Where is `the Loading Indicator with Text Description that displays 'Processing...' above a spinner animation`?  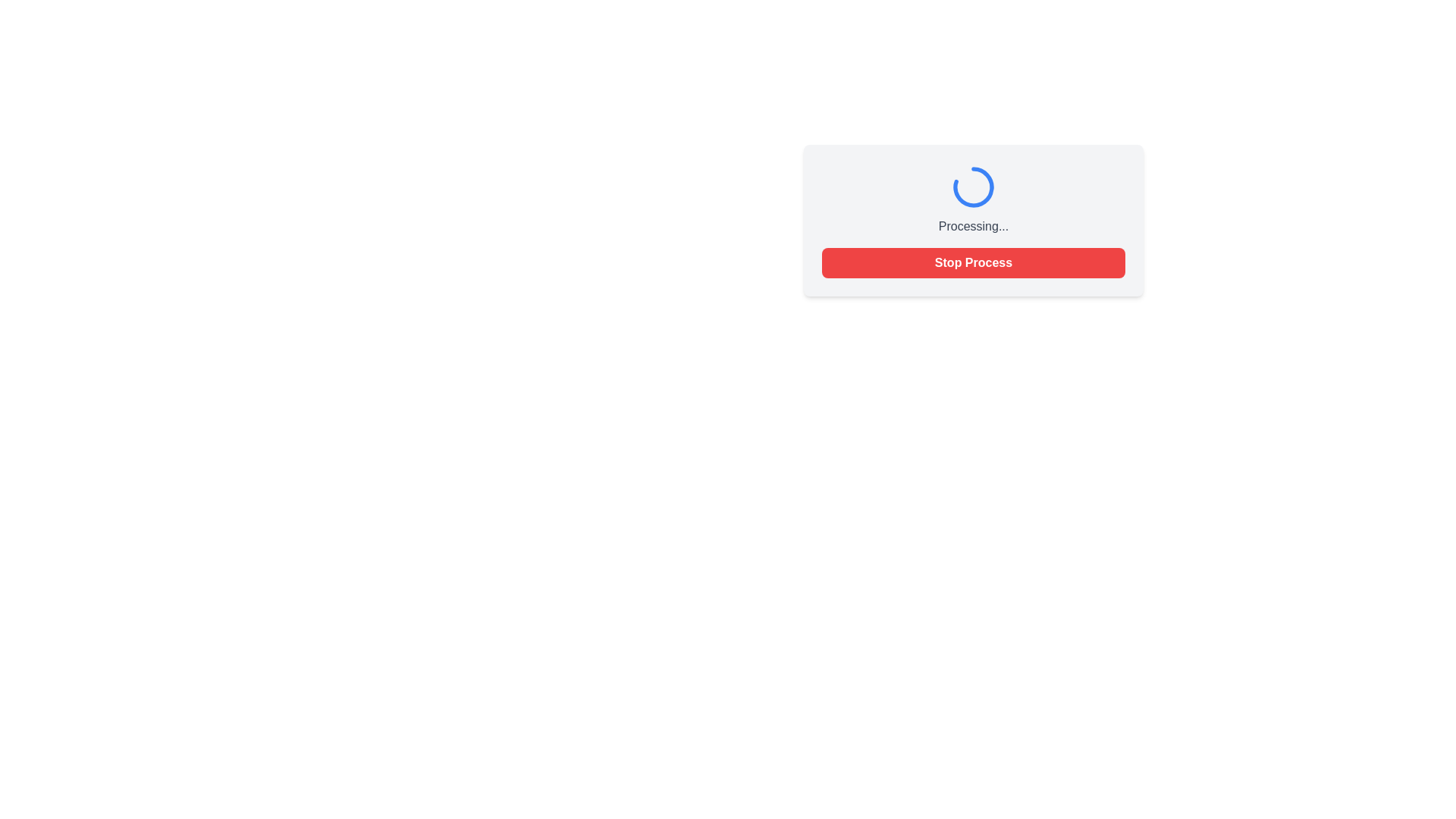
the Loading Indicator with Text Description that displays 'Processing...' above a spinner animation is located at coordinates (973, 198).